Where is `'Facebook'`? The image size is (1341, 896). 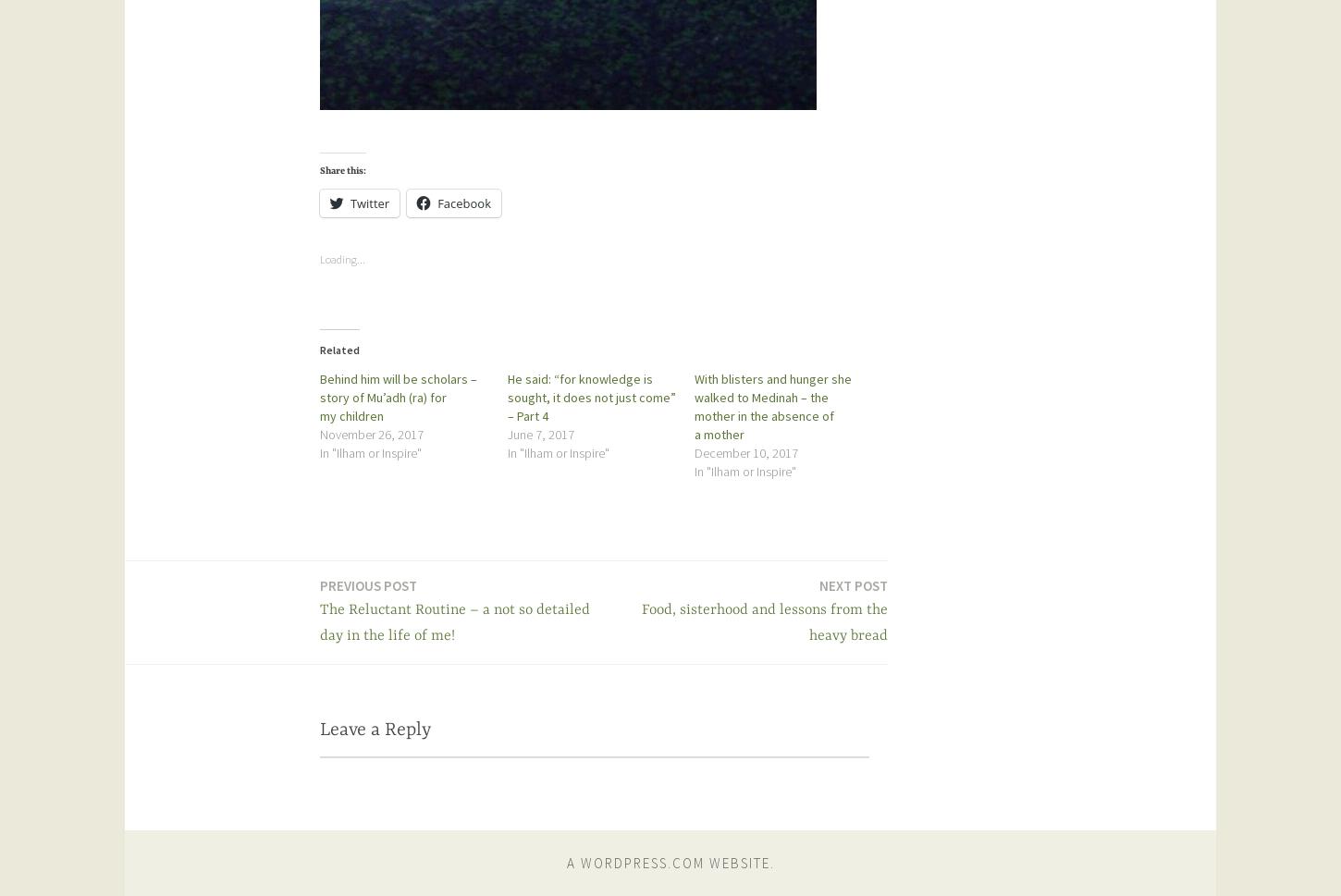
'Facebook' is located at coordinates (463, 202).